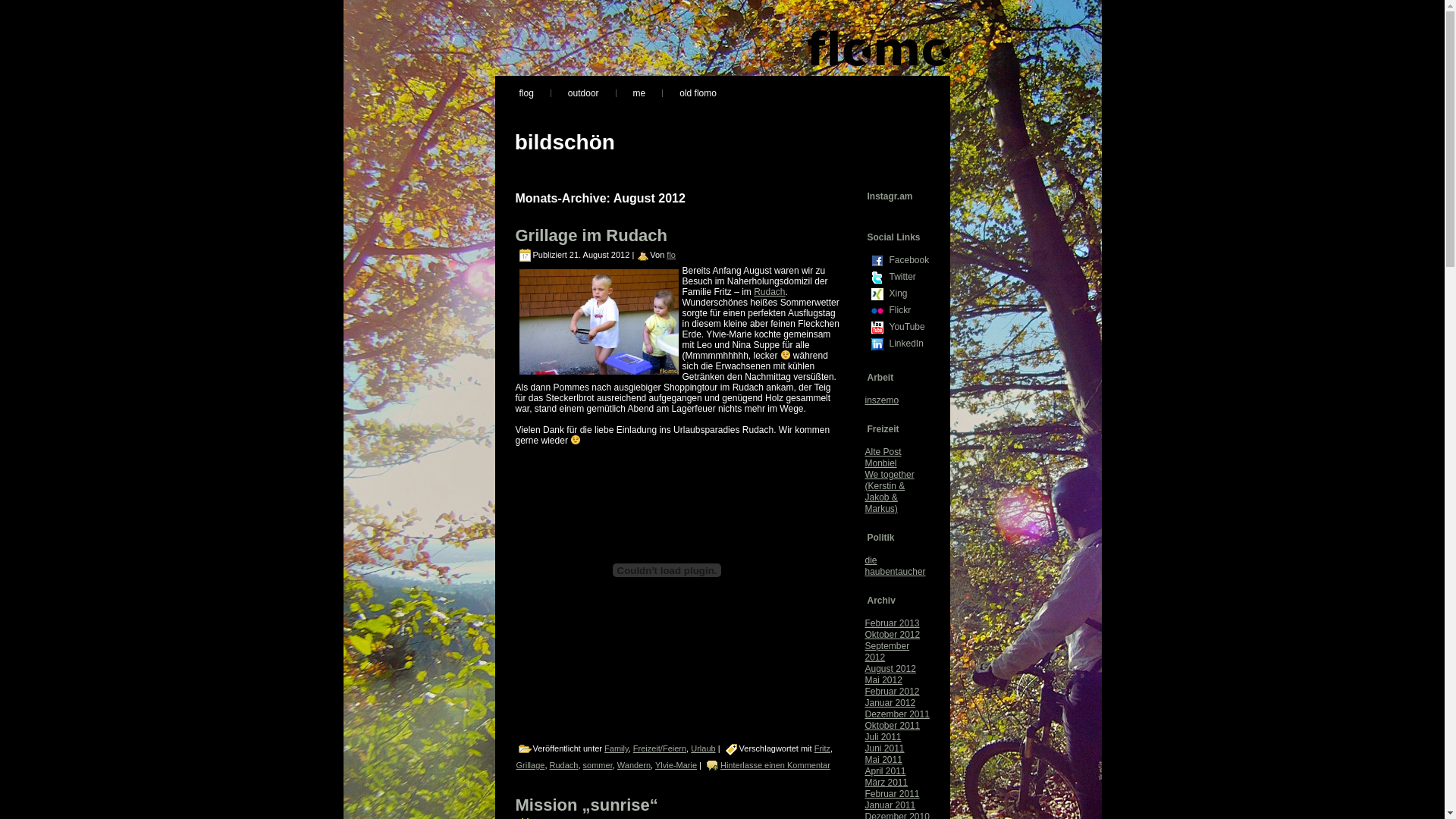 The image size is (1456, 819). Describe the element at coordinates (530, 765) in the screenshot. I see `'Grillage'` at that location.